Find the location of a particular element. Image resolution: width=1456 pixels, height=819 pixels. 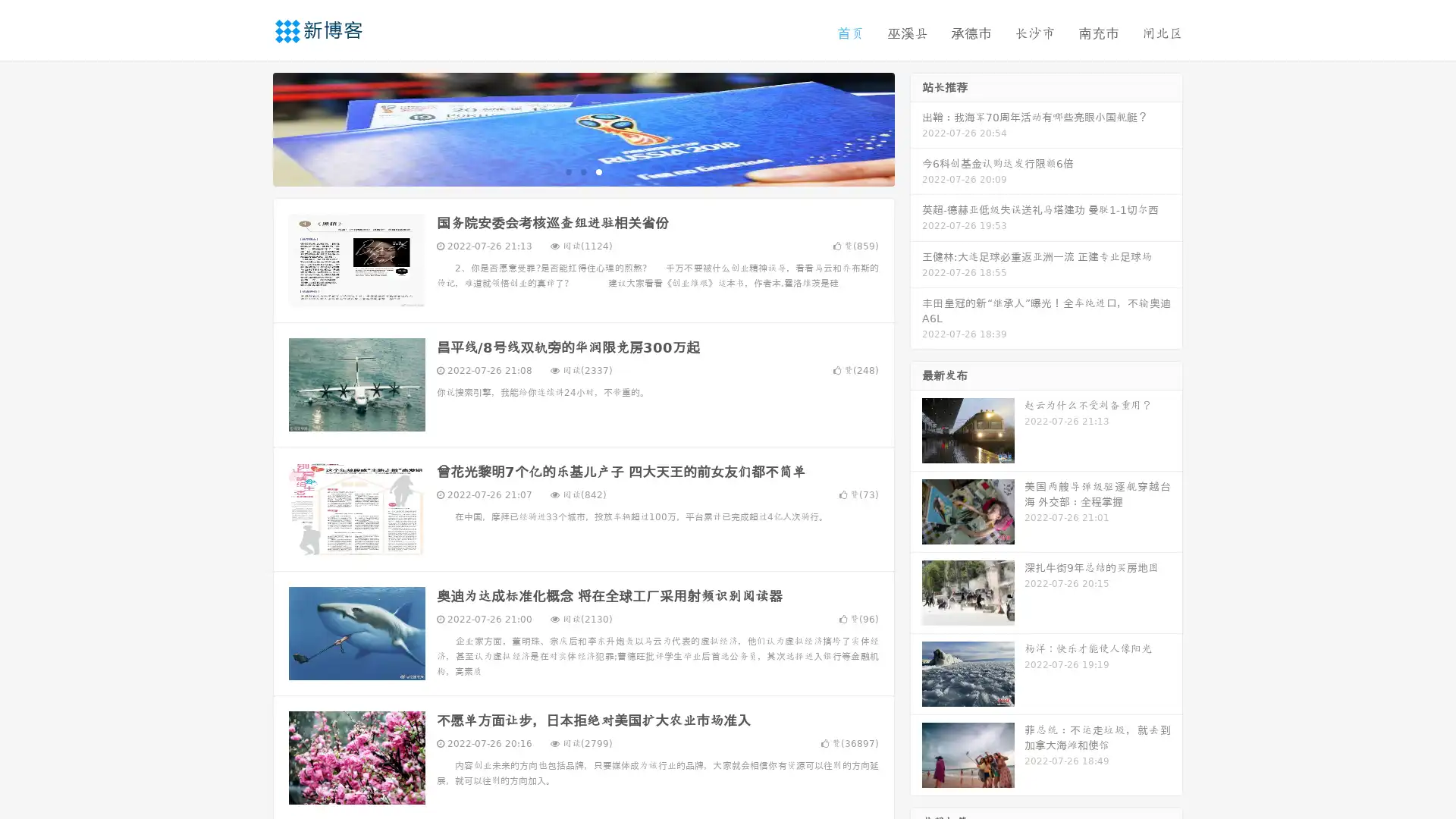

Go to slide 3 is located at coordinates (598, 171).